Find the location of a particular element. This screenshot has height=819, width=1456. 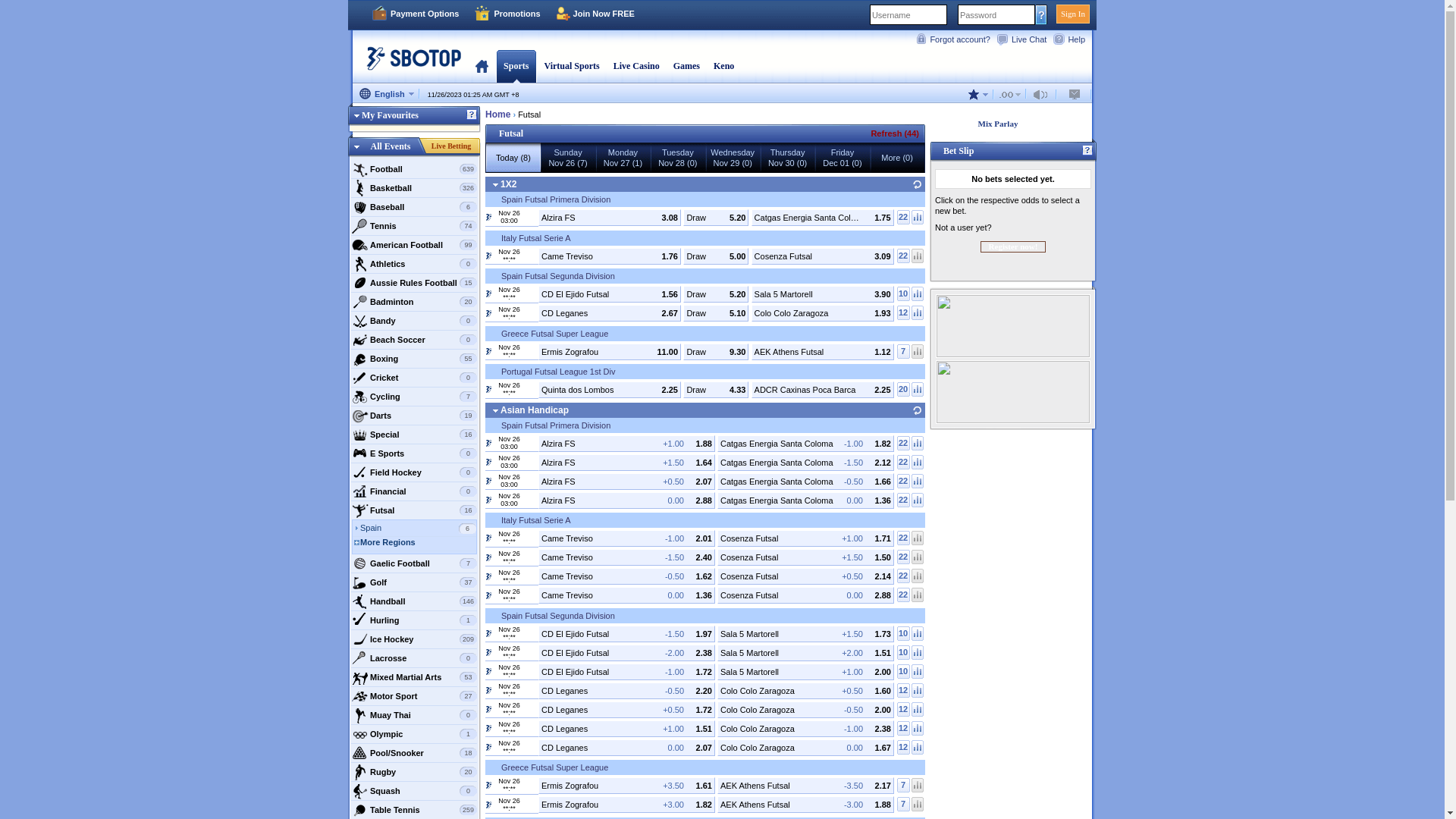

'Live Casino' is located at coordinates (636, 65).